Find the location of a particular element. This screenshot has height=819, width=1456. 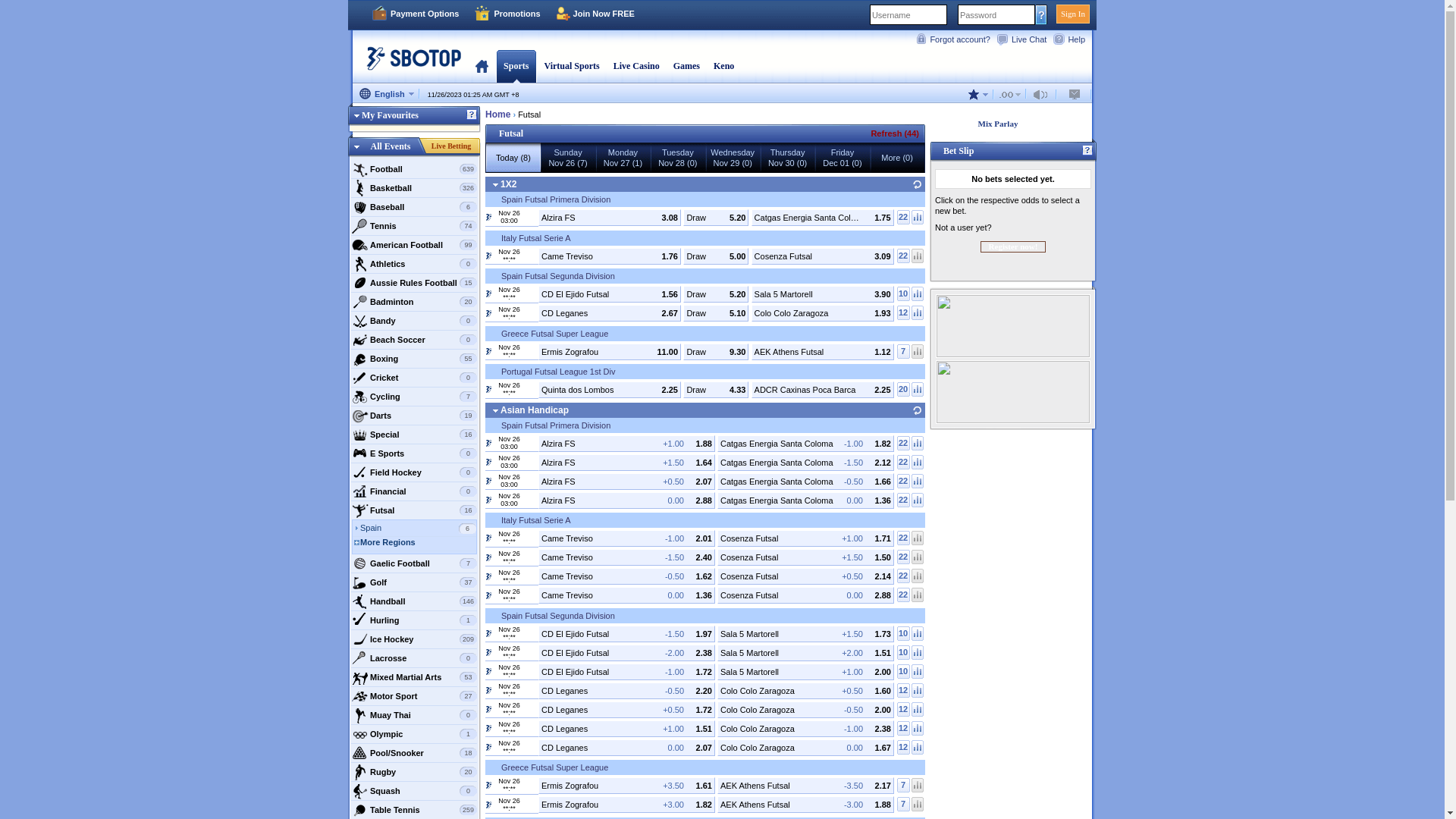

'Live Casino' is located at coordinates (636, 65).